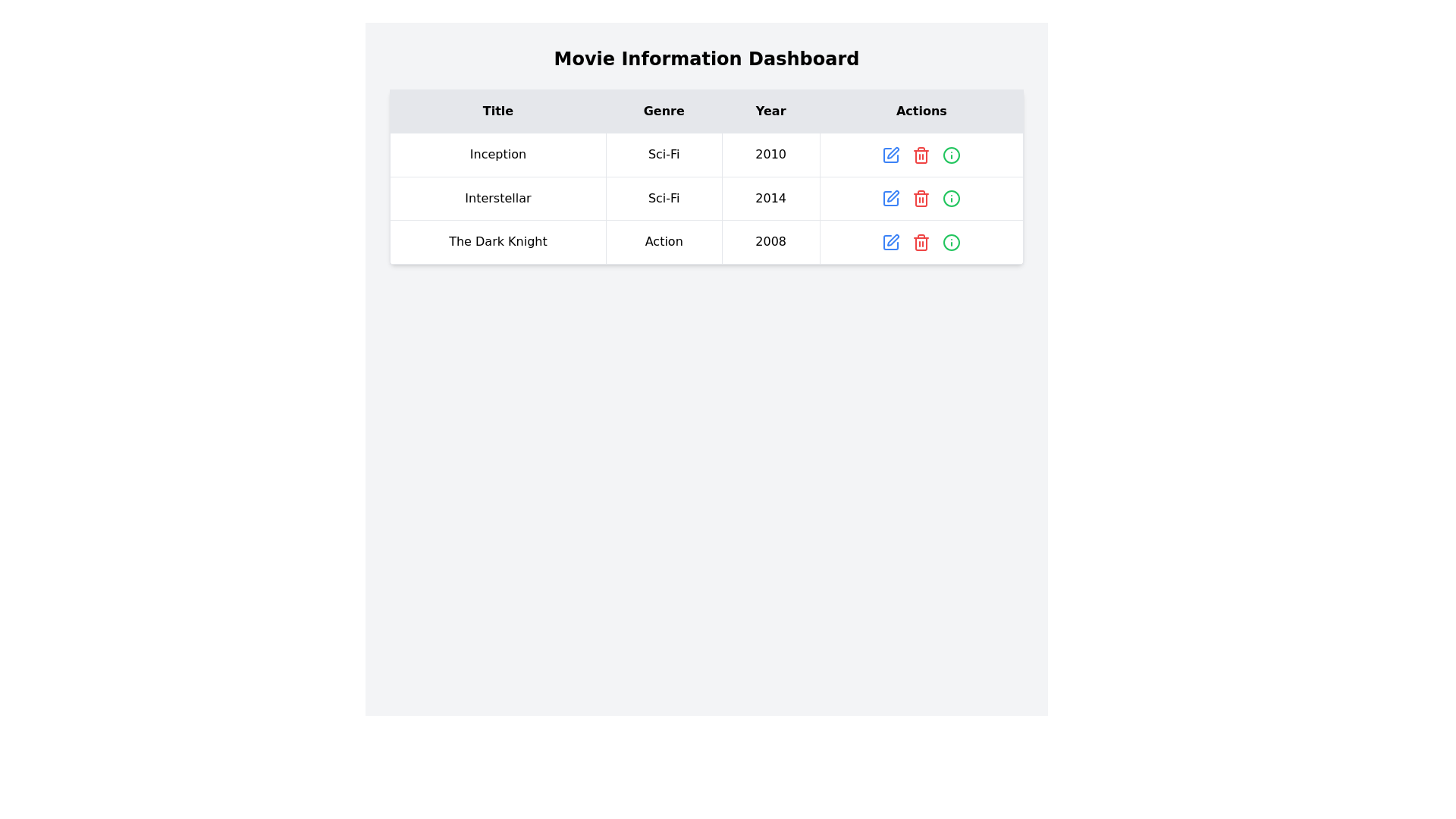  Describe the element at coordinates (891, 198) in the screenshot. I see `the 'Edit' action button located in the 'Actions' column of the second row in the table to initiate editing` at that location.